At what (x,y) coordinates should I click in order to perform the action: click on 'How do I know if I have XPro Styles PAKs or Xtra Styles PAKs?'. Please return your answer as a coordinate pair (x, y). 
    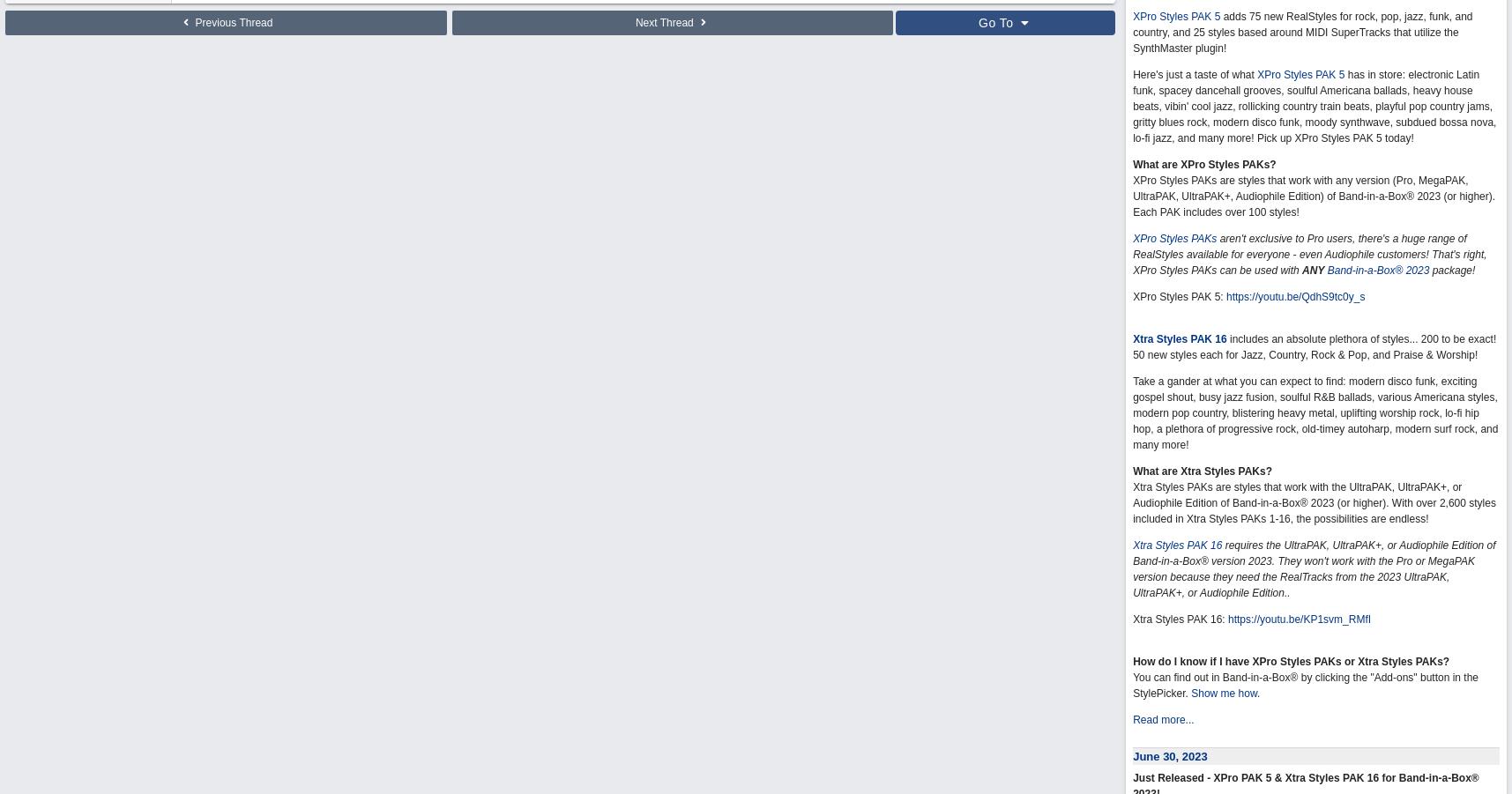
    Looking at the image, I should click on (1291, 659).